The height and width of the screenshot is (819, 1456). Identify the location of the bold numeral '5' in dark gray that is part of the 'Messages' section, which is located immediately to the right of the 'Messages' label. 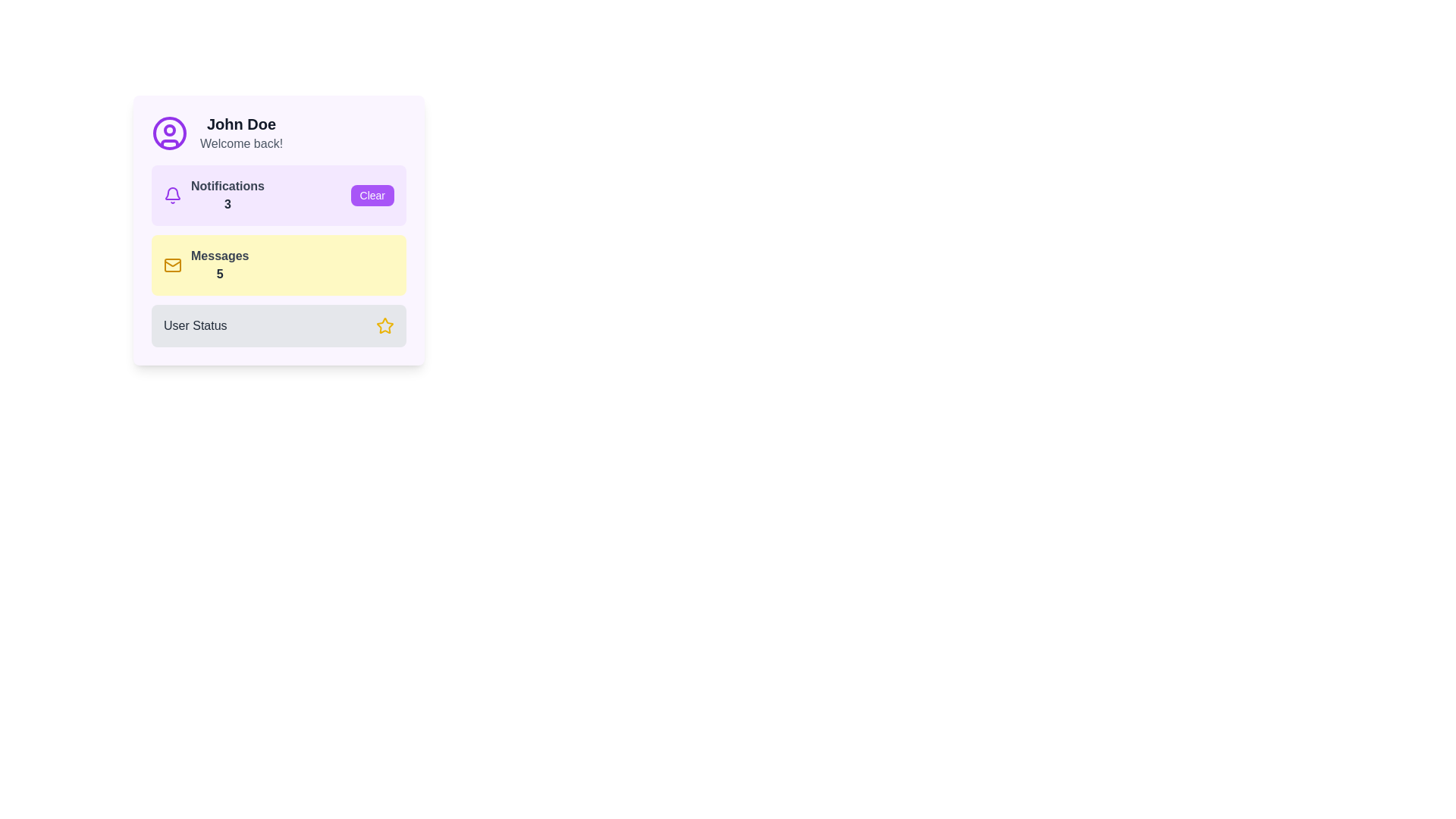
(219, 274).